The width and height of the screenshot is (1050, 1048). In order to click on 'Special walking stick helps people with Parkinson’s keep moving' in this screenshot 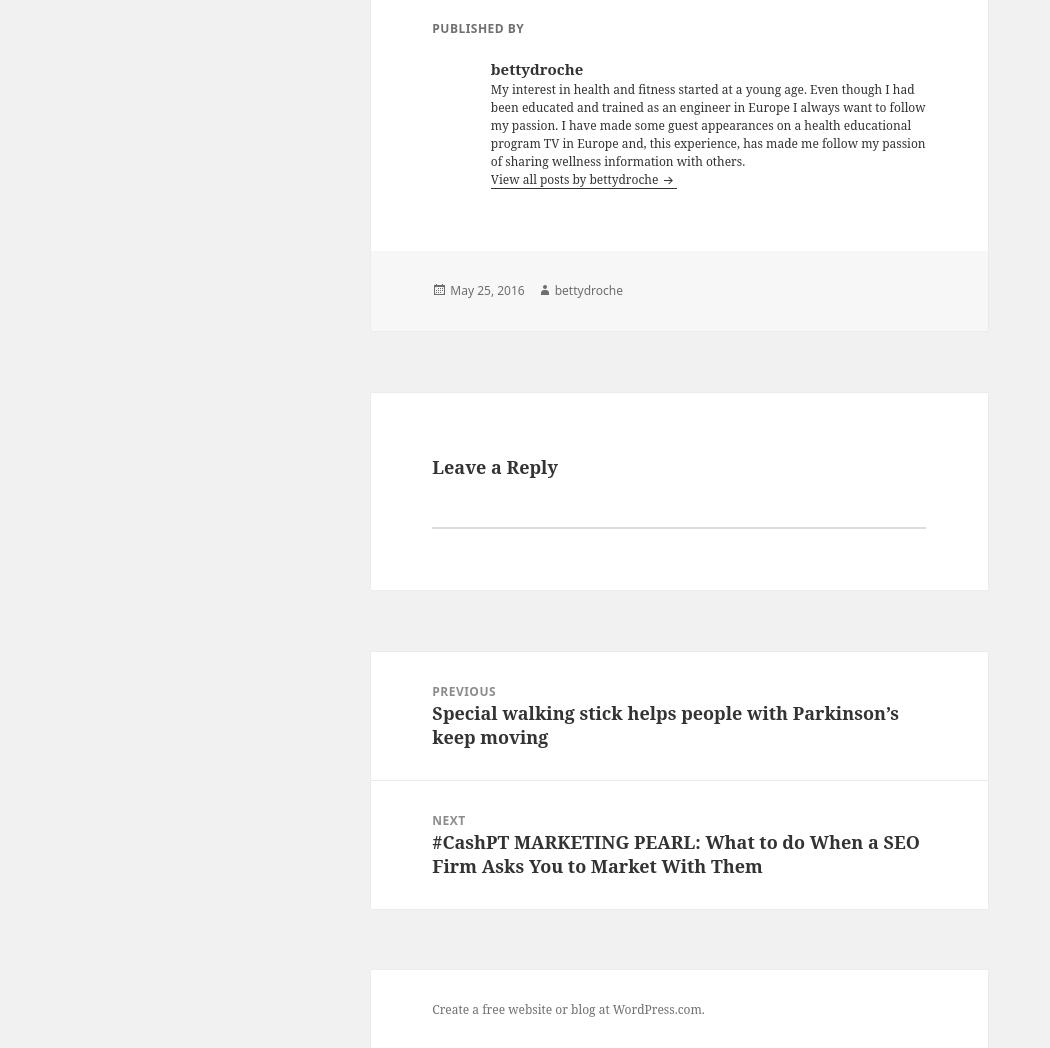, I will do `click(663, 722)`.